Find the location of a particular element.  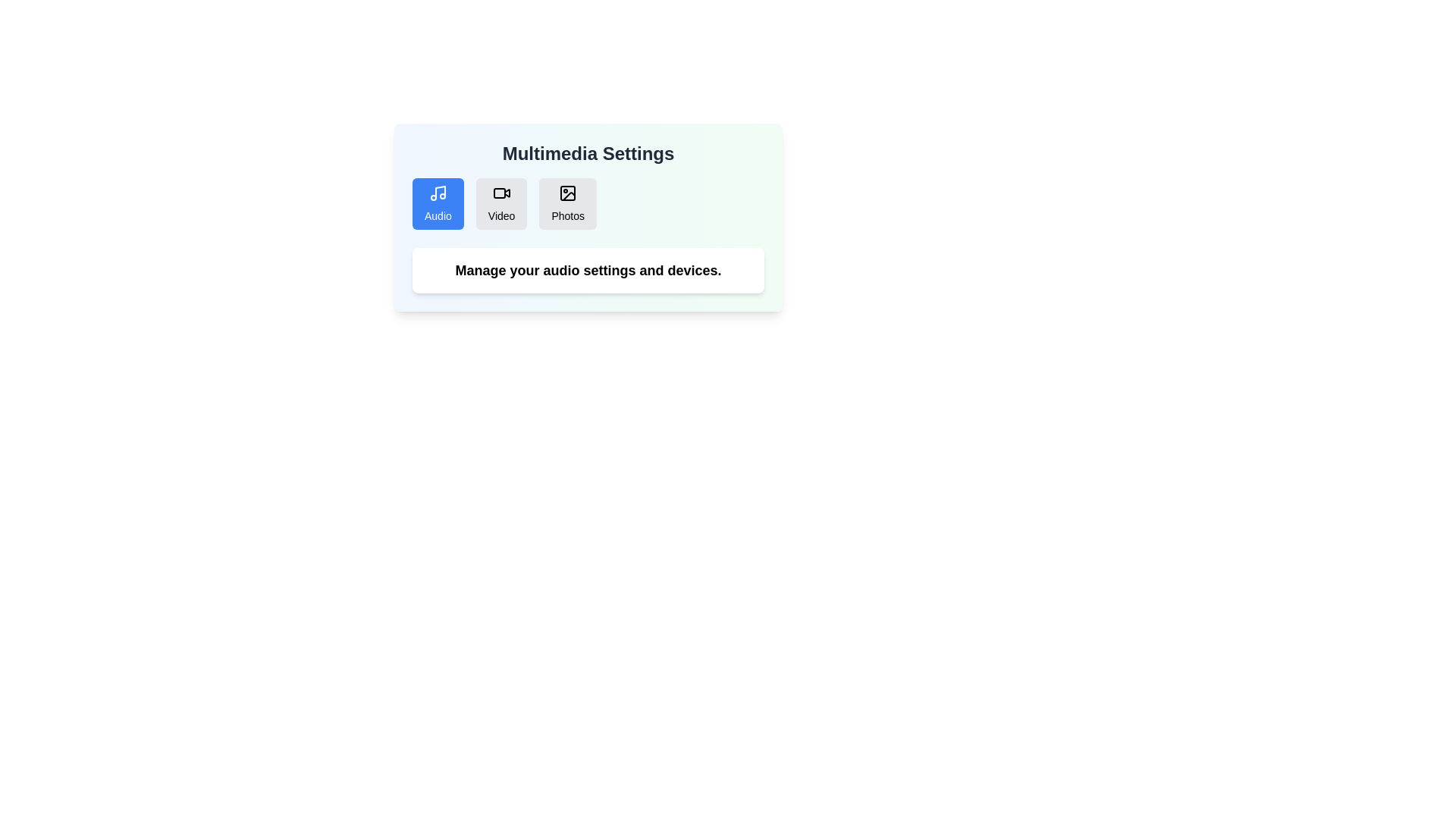

the musical note icon within the 'Audio' button, which is styled with a white stroke outline on a blue background is located at coordinates (437, 192).